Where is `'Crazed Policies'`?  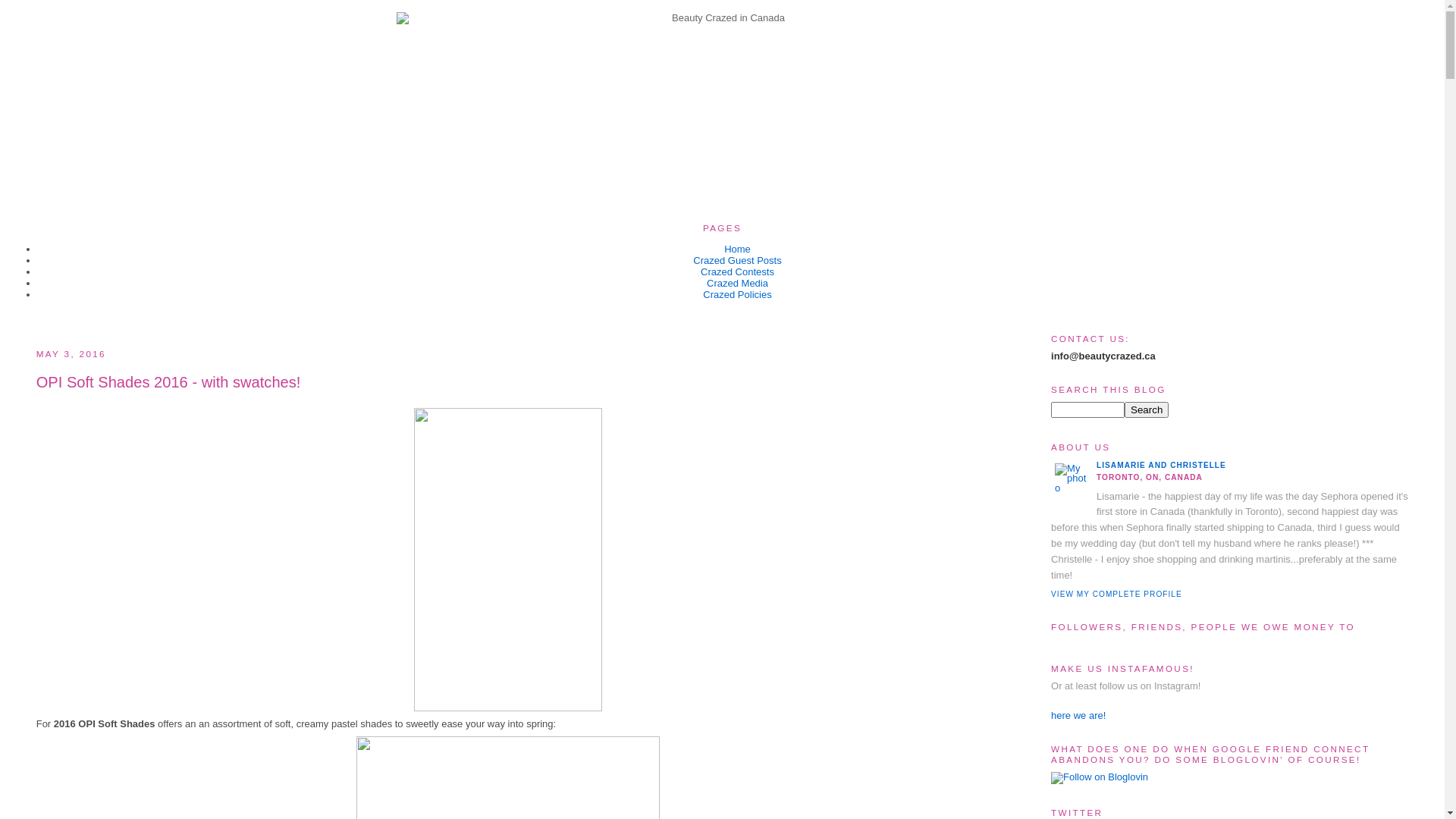
'Crazed Policies' is located at coordinates (736, 294).